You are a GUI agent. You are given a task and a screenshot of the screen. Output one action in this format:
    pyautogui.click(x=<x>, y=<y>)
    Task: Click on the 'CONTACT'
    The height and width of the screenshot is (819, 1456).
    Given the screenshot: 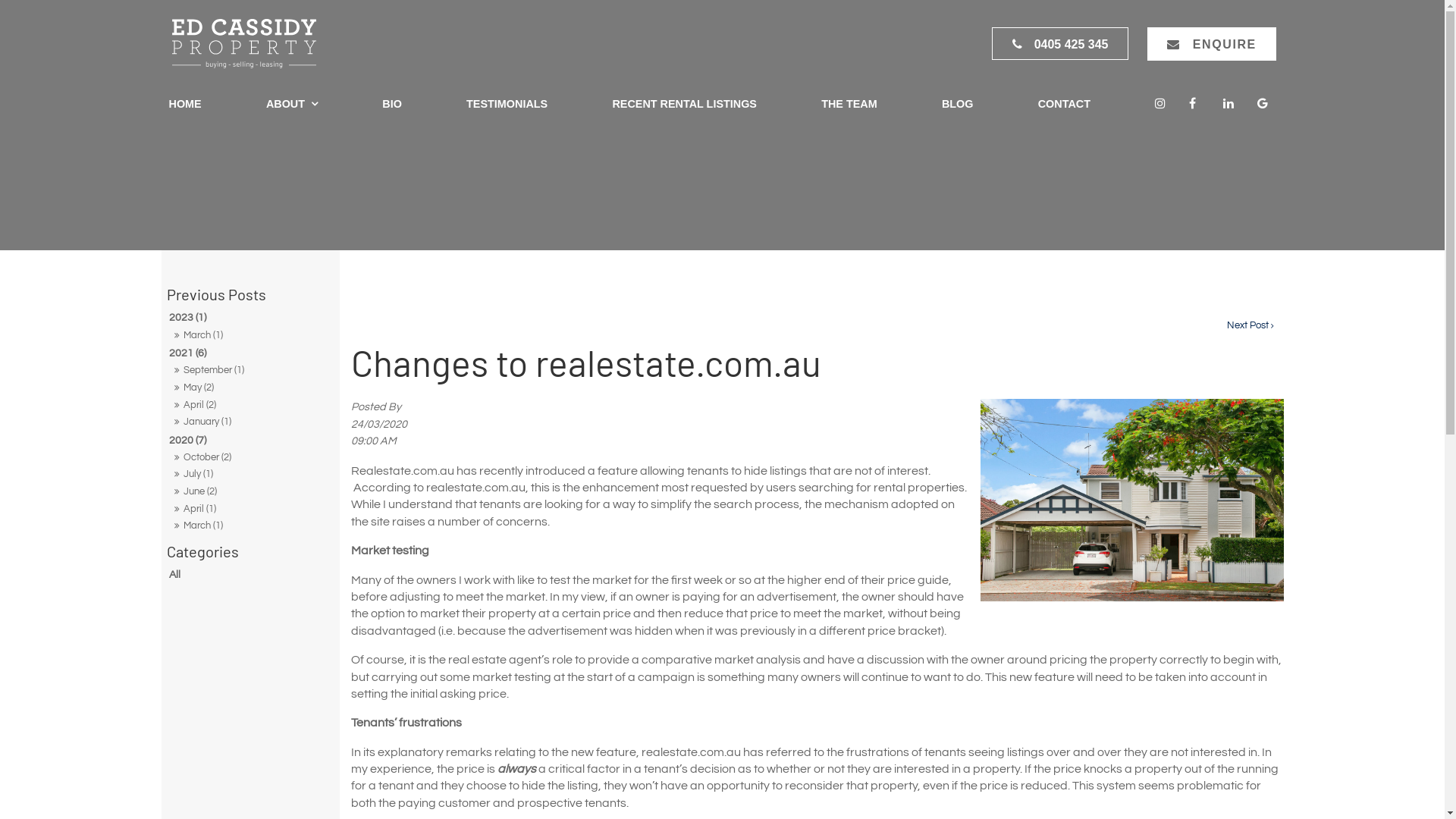 What is the action you would take?
    pyautogui.click(x=1063, y=104)
    